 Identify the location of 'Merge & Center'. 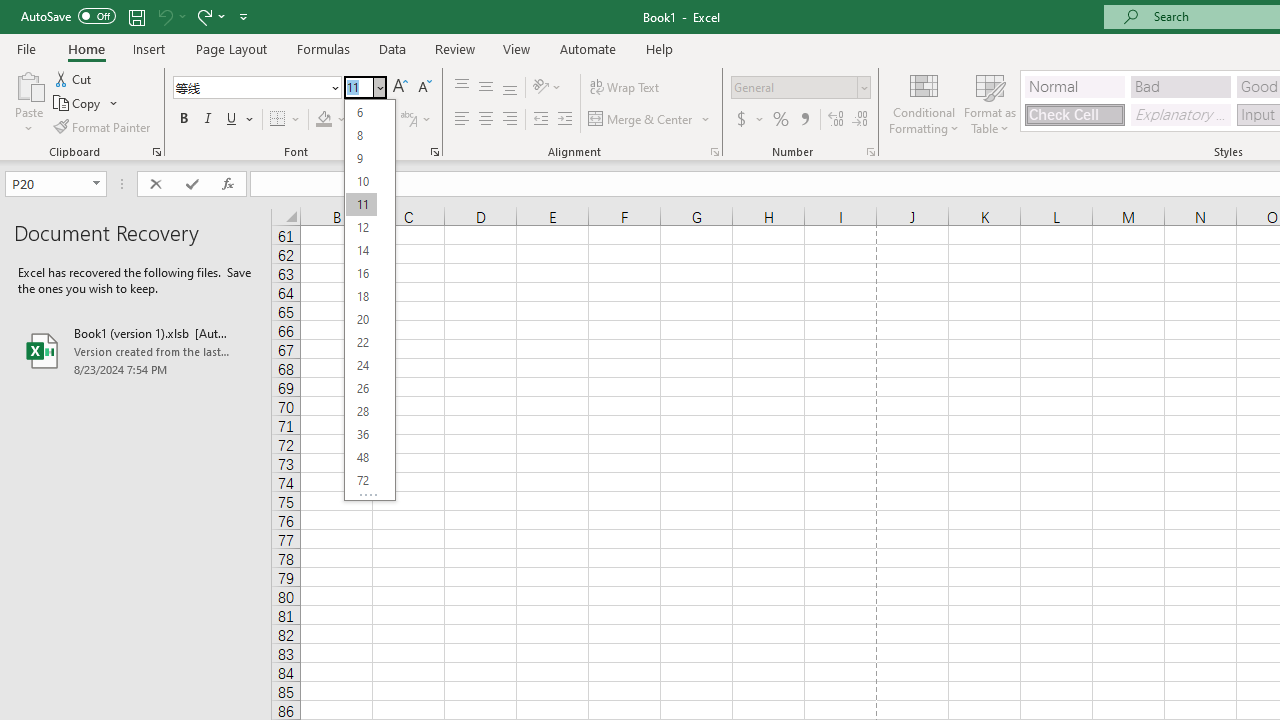
(650, 119).